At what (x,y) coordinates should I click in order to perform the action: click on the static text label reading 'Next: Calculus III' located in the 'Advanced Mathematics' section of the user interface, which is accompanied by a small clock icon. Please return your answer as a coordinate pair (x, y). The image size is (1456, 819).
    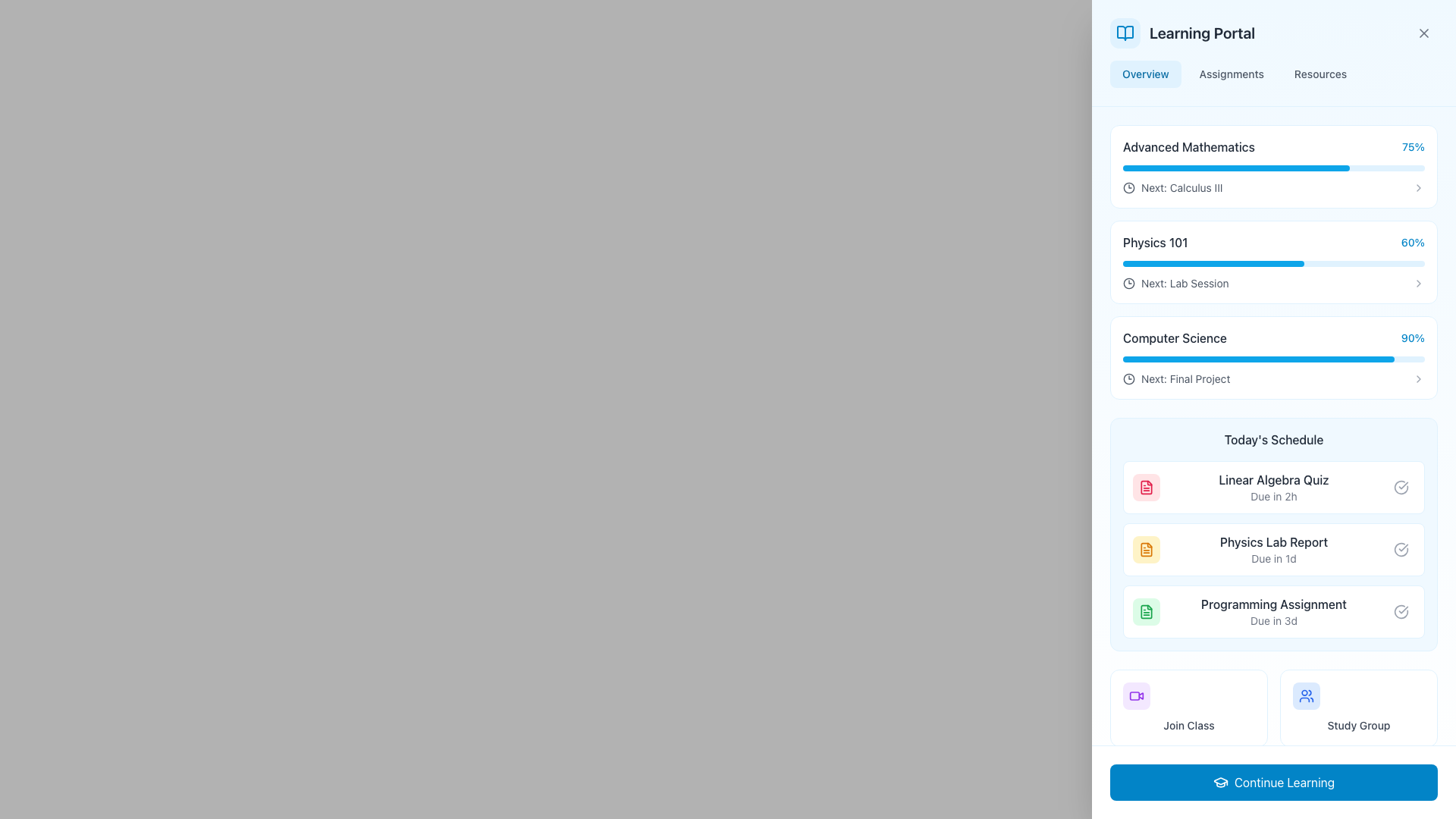
    Looking at the image, I should click on (1181, 187).